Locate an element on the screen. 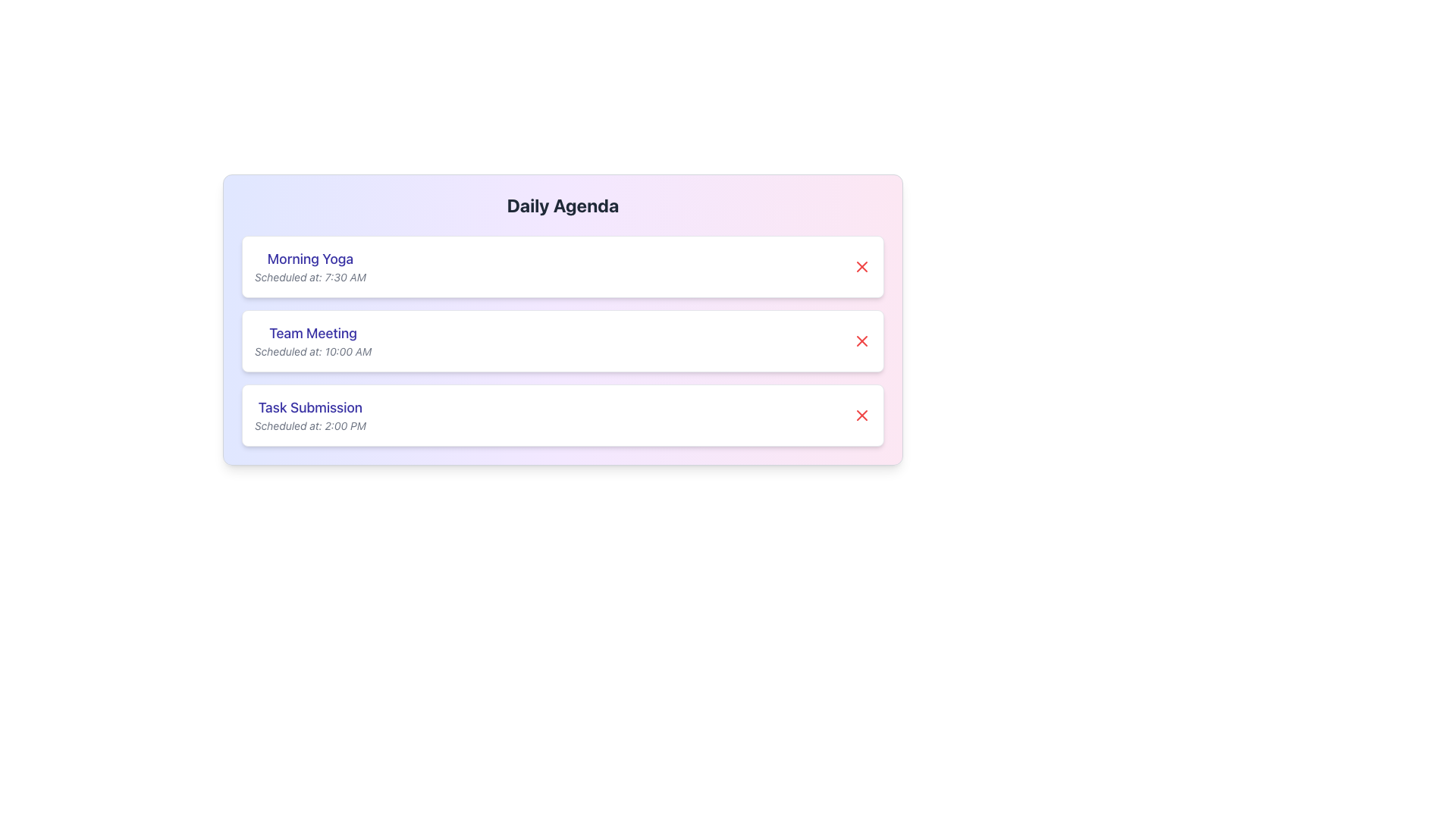  the 'Morning Yoga' text label, which is displayed in bold indigo blue font at the top-left of a white card with rounded corners is located at coordinates (309, 259).